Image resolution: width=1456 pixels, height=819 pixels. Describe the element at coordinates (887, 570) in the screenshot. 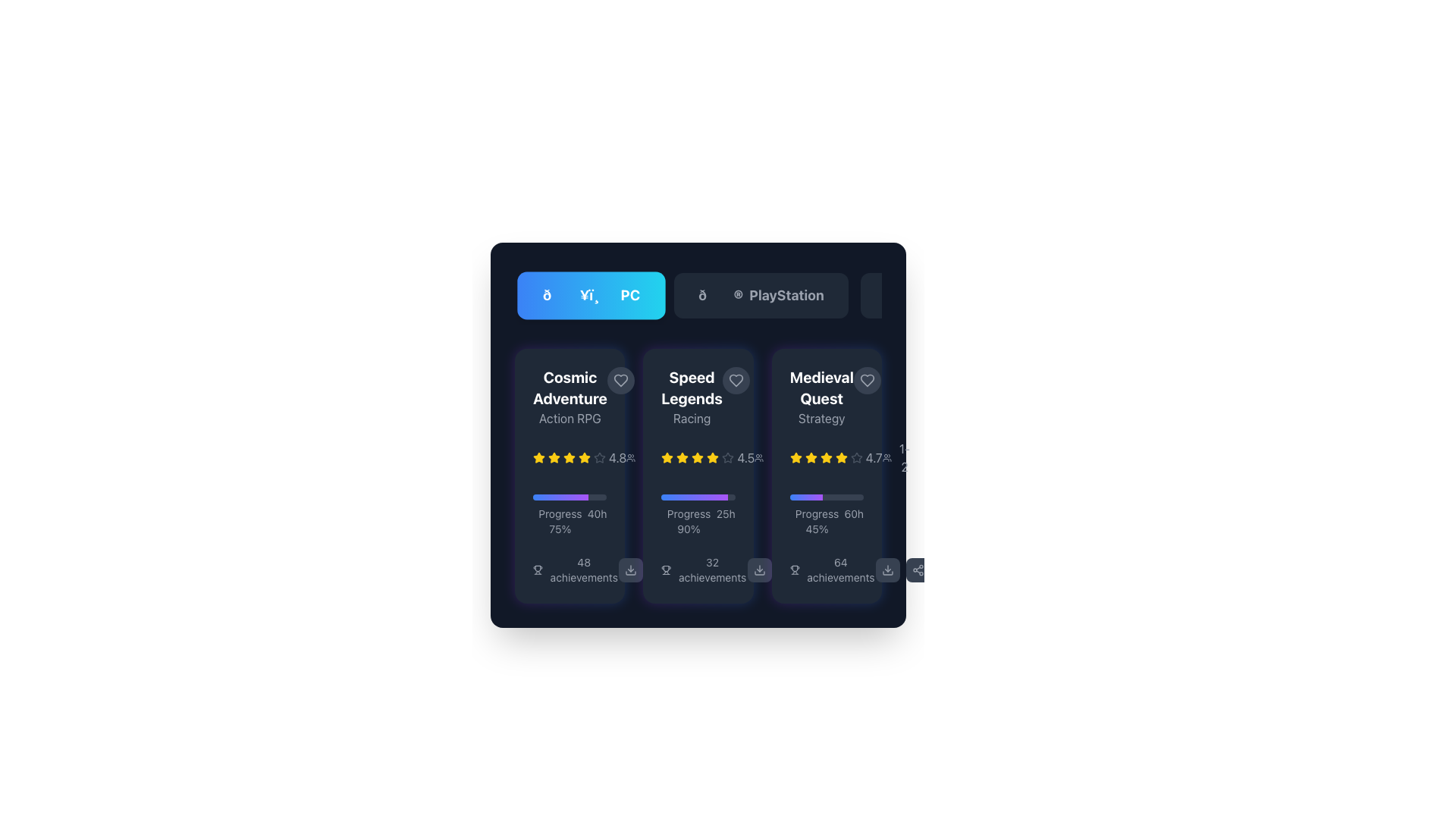

I see `the download button located in the bottom-right corner of the view, which is the first button from the left in a group of two buttons` at that location.